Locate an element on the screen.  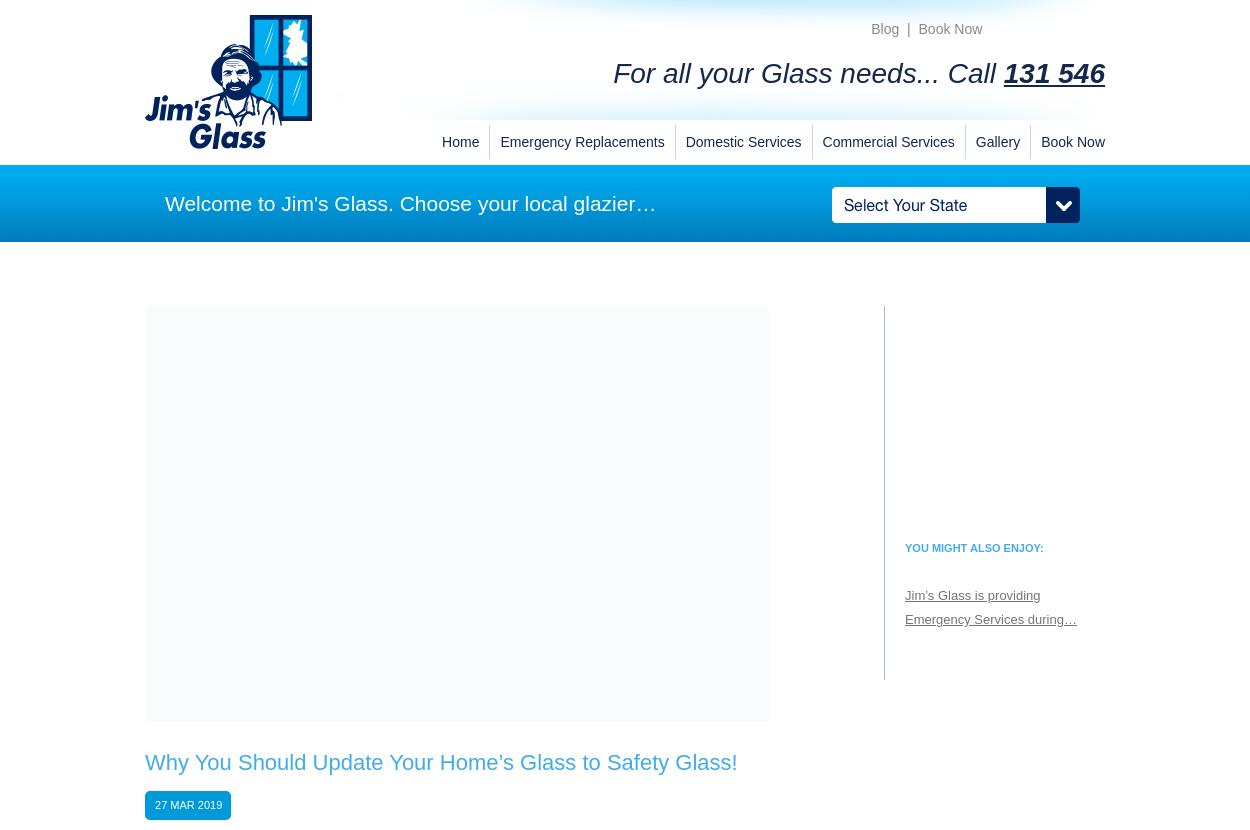
'For all your Glass needs... Call' is located at coordinates (808, 72).